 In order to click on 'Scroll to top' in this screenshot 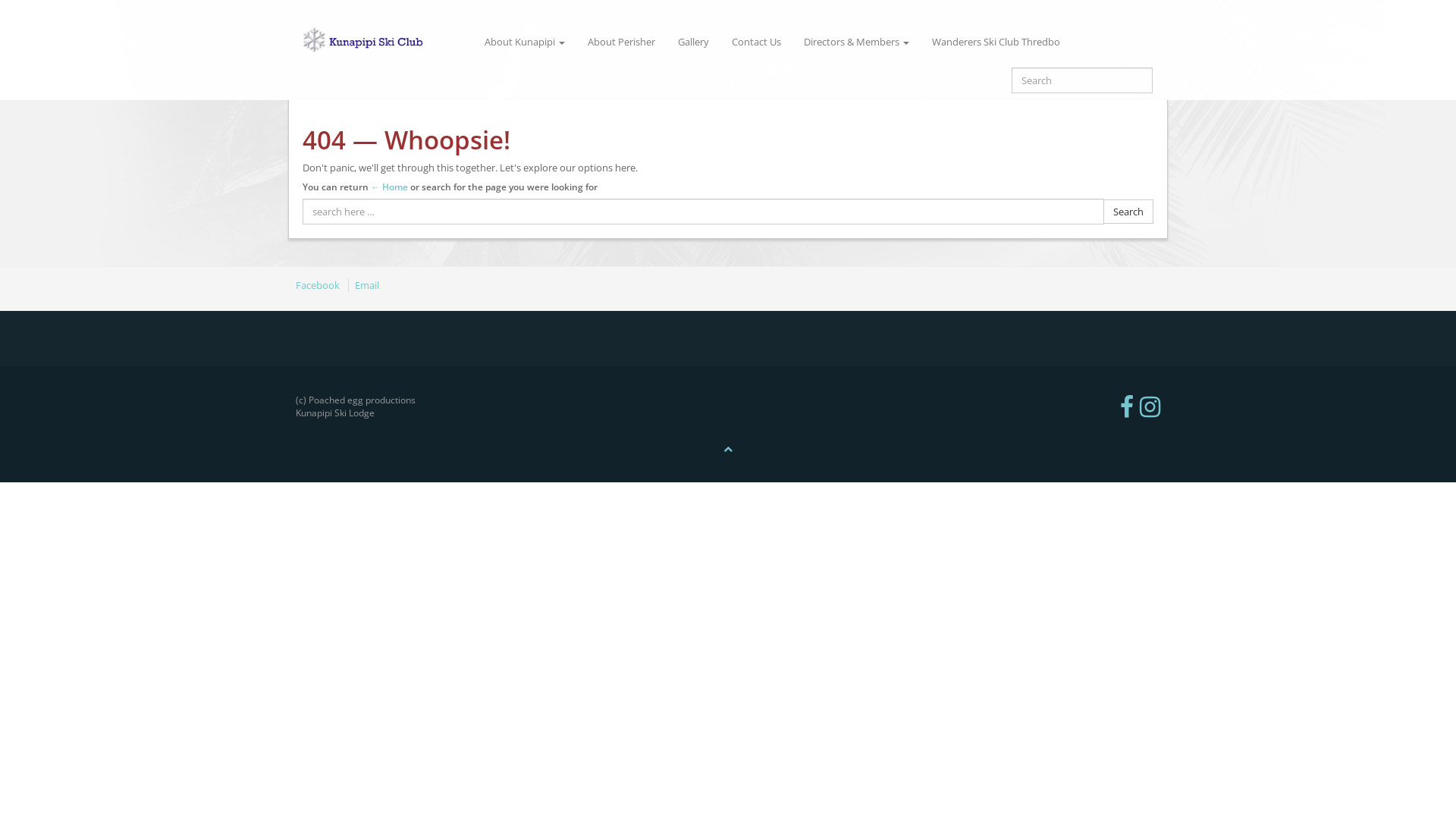, I will do `click(728, 447)`.